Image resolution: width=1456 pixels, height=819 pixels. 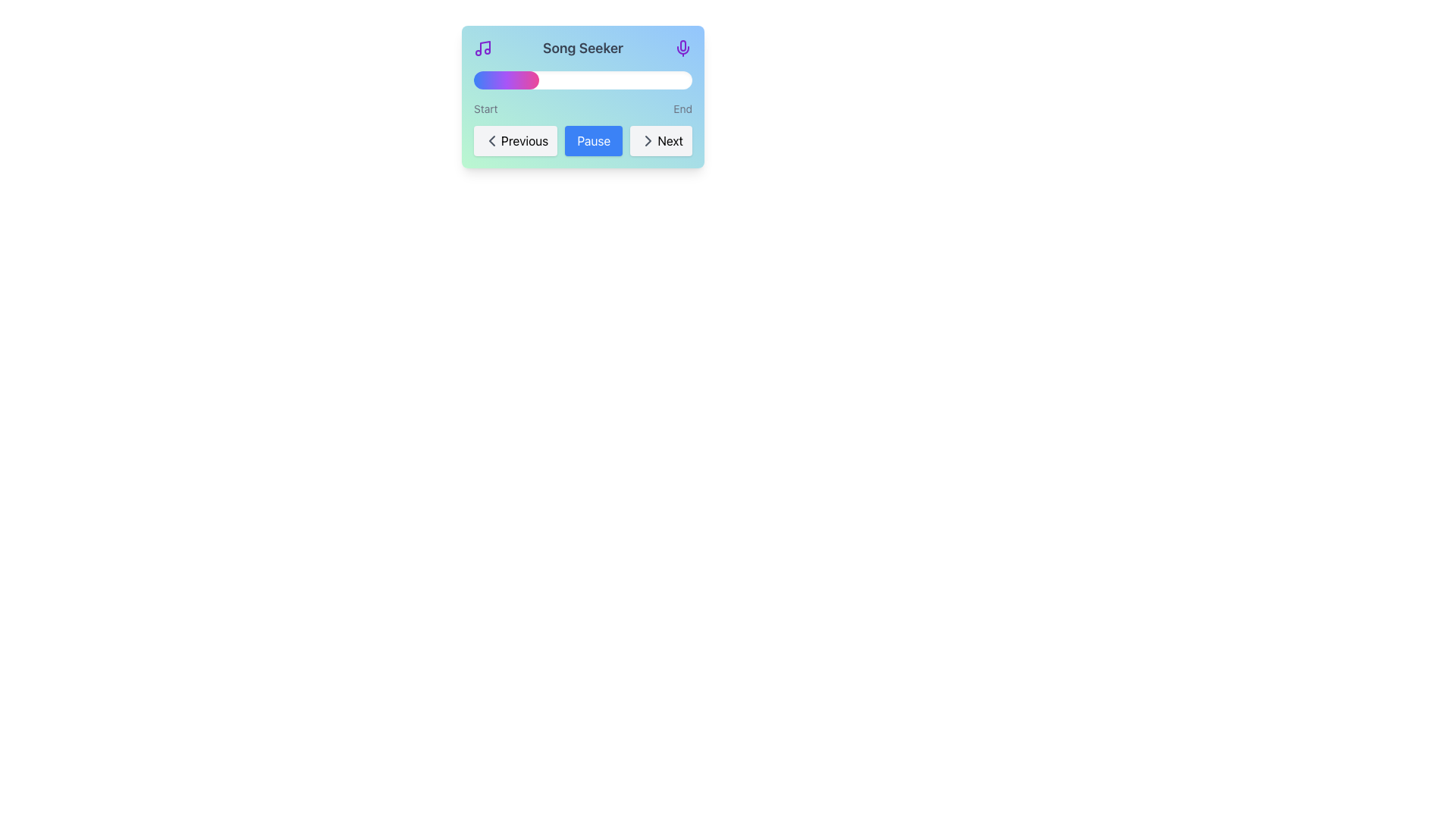 I want to click on the arrow icon that indicates the direction associated with the 'Previous' button, so click(x=491, y=140).